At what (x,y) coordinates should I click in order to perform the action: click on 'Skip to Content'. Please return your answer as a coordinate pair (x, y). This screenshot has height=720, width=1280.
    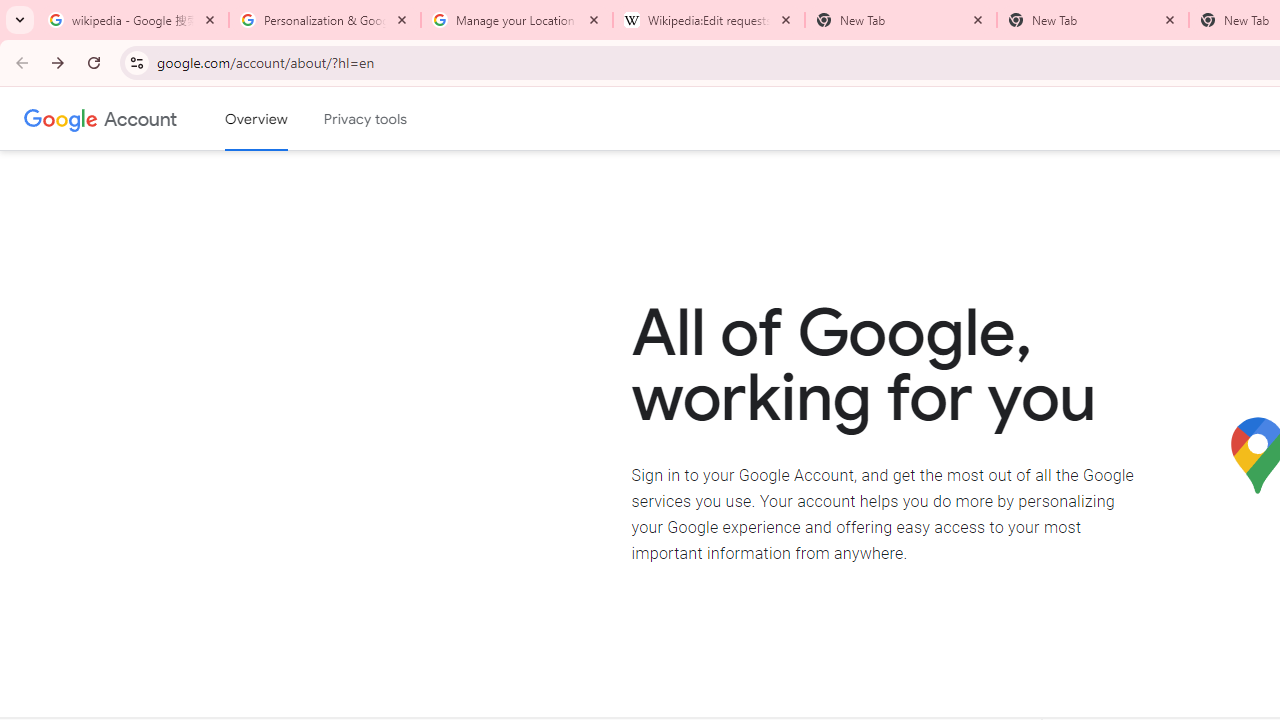
    Looking at the image, I should click on (284, 116).